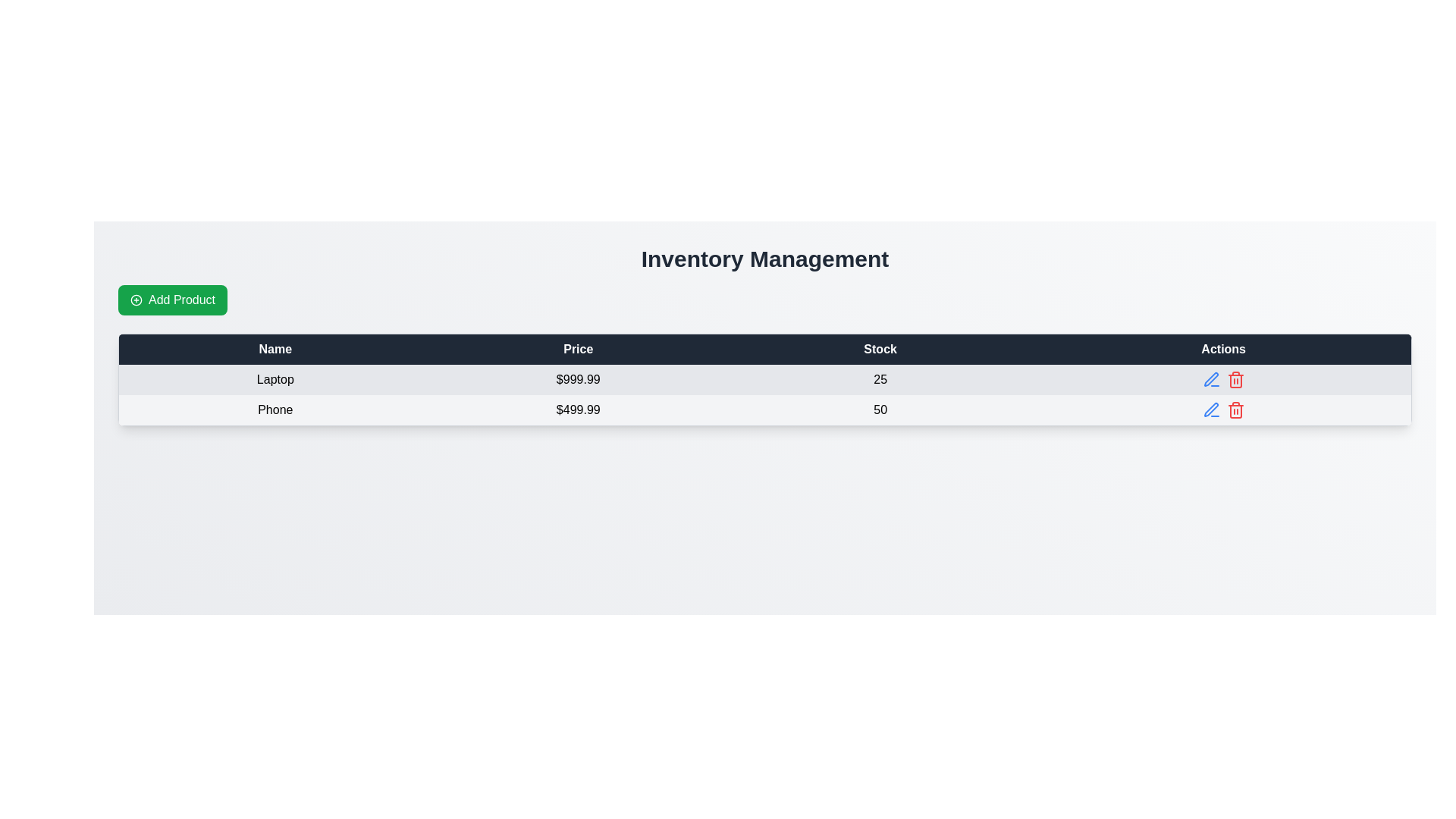 This screenshot has width=1456, height=819. I want to click on the 'Delete' icon button located in the second row of the actions column, immediately to the right of the blue pen icon, so click(1235, 379).